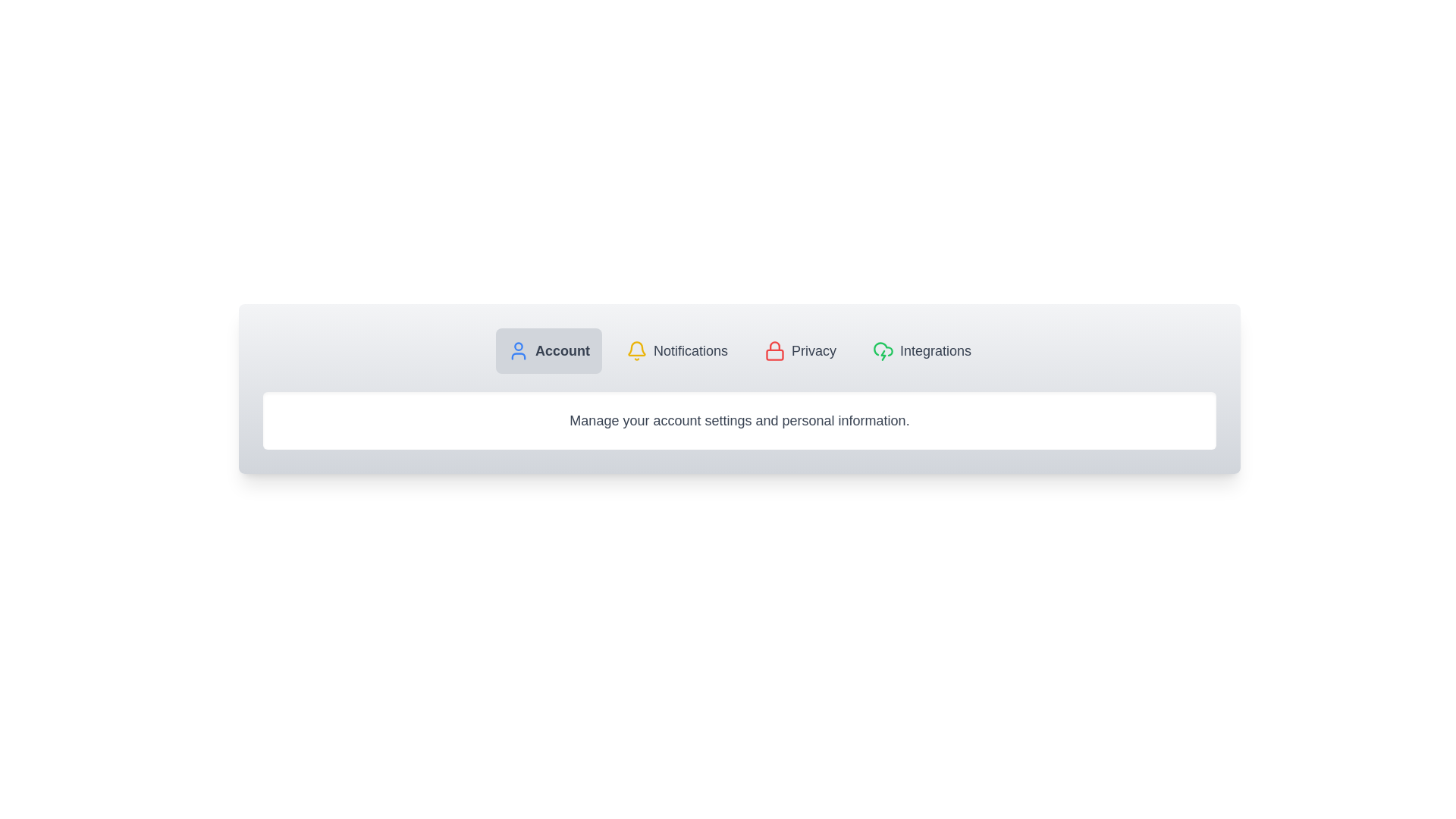  I want to click on the Text label in the navigation menu that links to the notifications section, so click(690, 350).